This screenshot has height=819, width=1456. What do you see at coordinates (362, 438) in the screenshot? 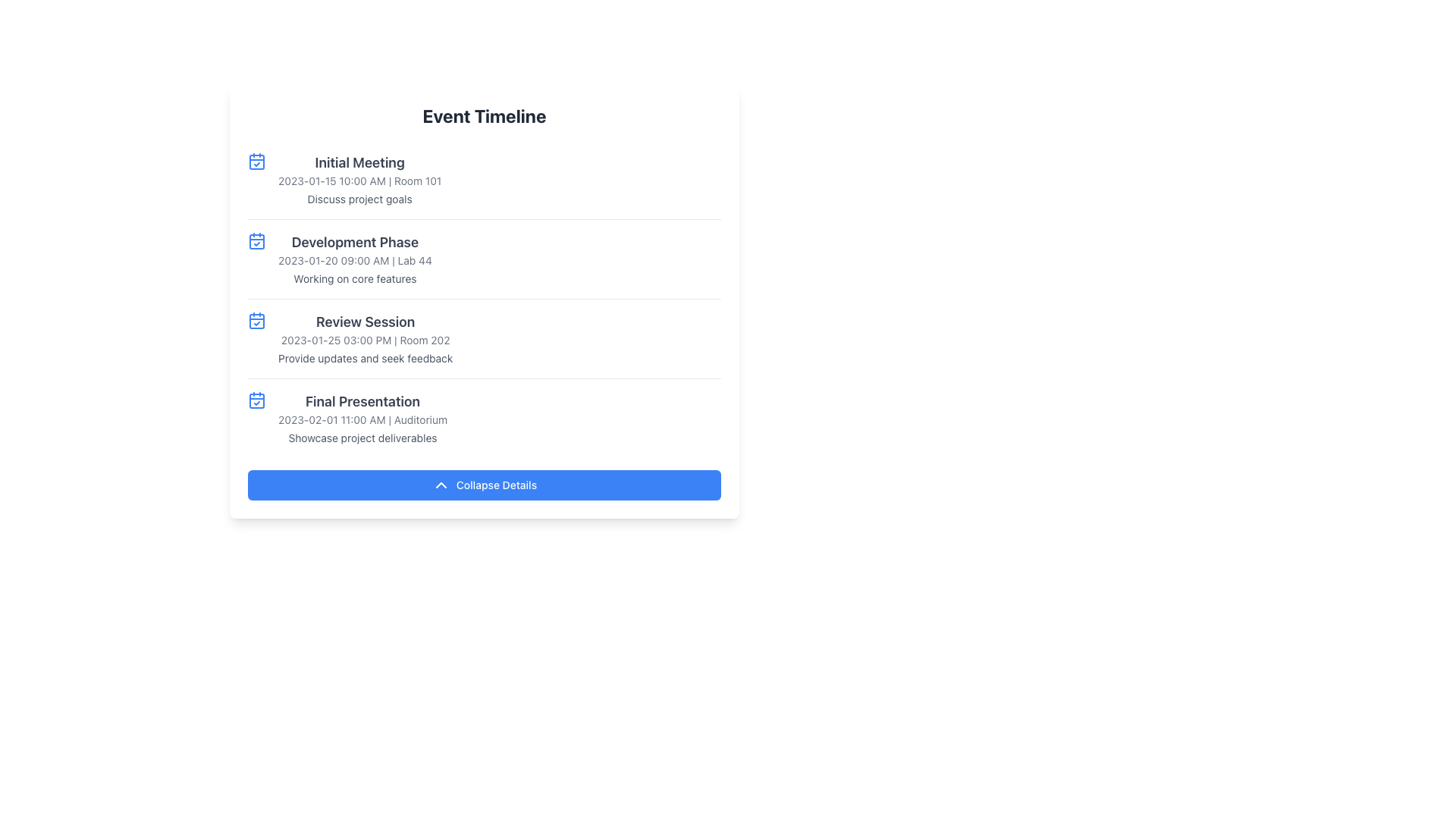
I see `the text element reading 'Showcase project deliverables' in gray color, located in the 'Final Presentation' section of the 'Event Timeline'` at bounding box center [362, 438].